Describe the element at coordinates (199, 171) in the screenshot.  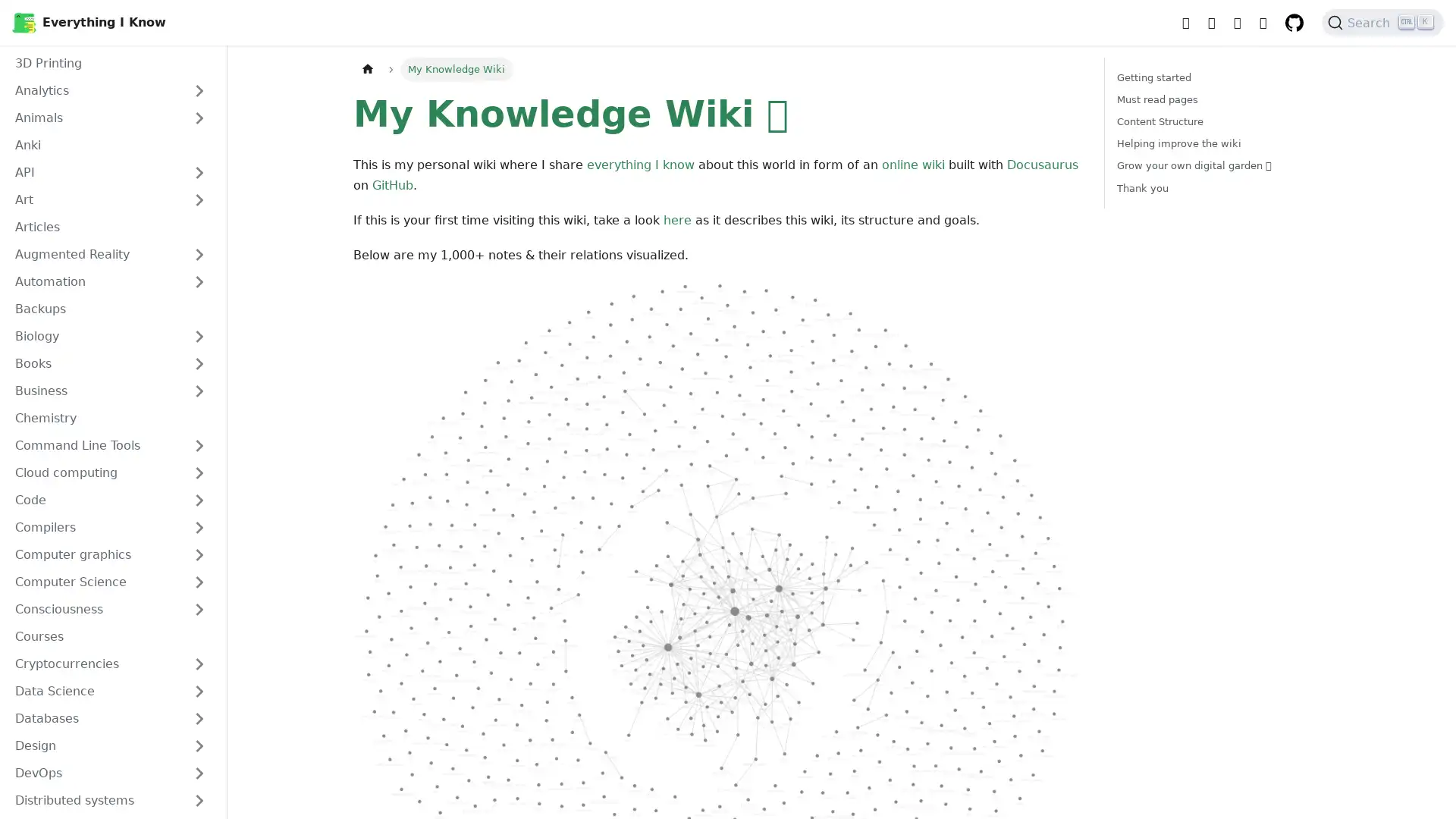
I see `Toggle the collapsible sidebar category 'API'` at that location.